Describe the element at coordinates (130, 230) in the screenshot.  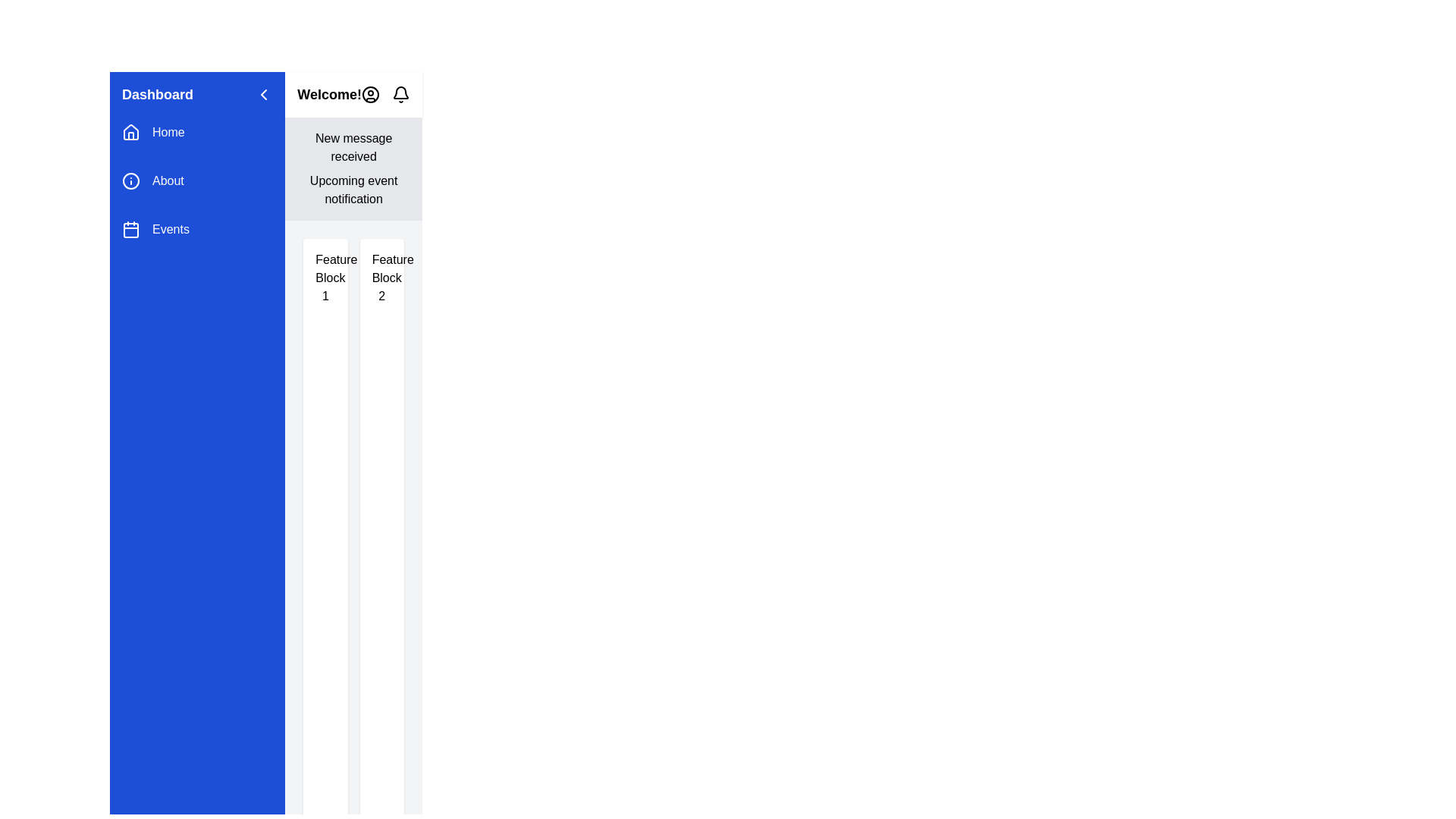
I see `the calendar icon in the vertical navigation menu` at that location.